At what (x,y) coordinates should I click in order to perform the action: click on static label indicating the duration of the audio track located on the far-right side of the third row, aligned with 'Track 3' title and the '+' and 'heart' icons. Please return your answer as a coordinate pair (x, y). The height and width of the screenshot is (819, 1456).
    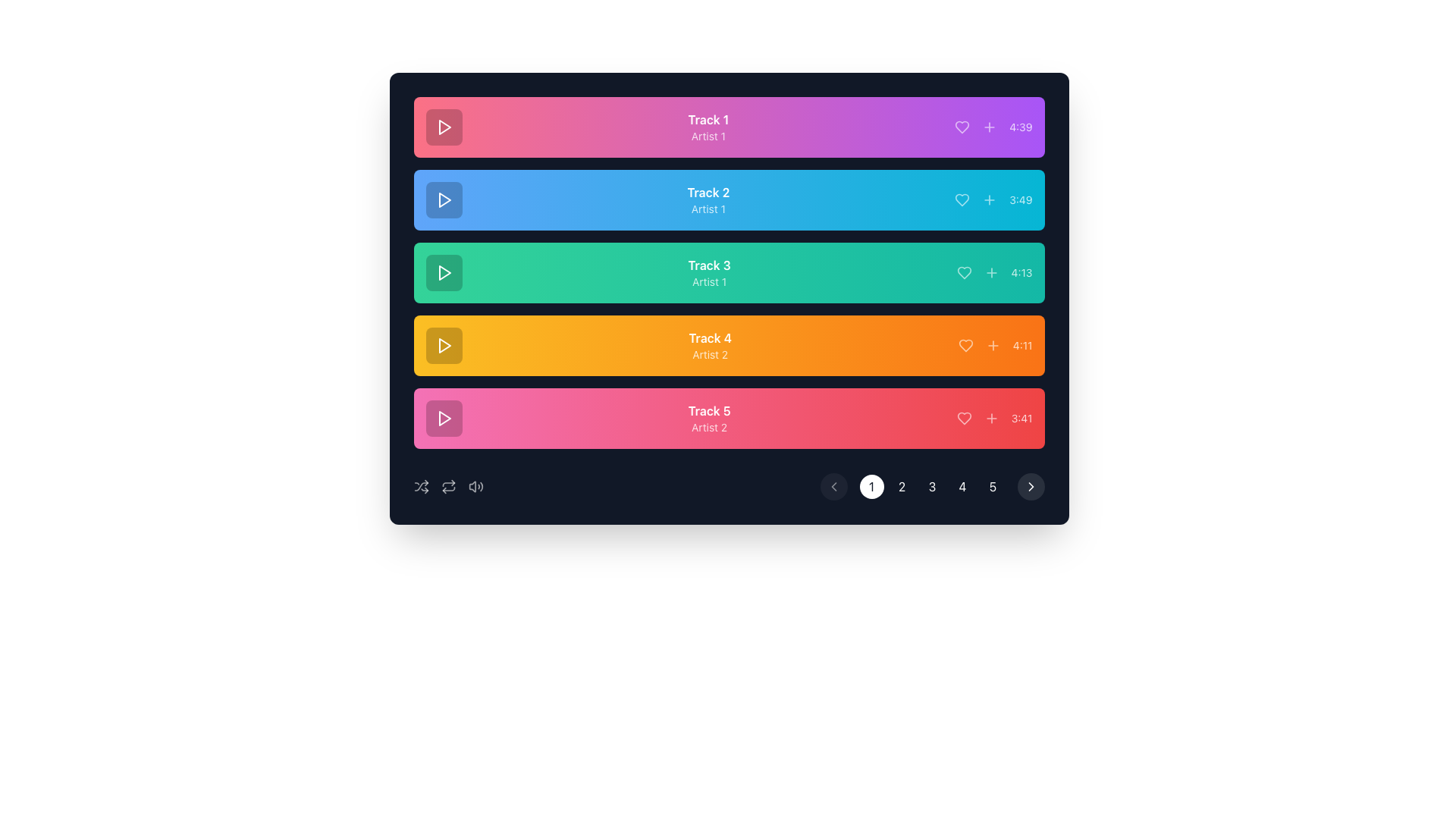
    Looking at the image, I should click on (1021, 271).